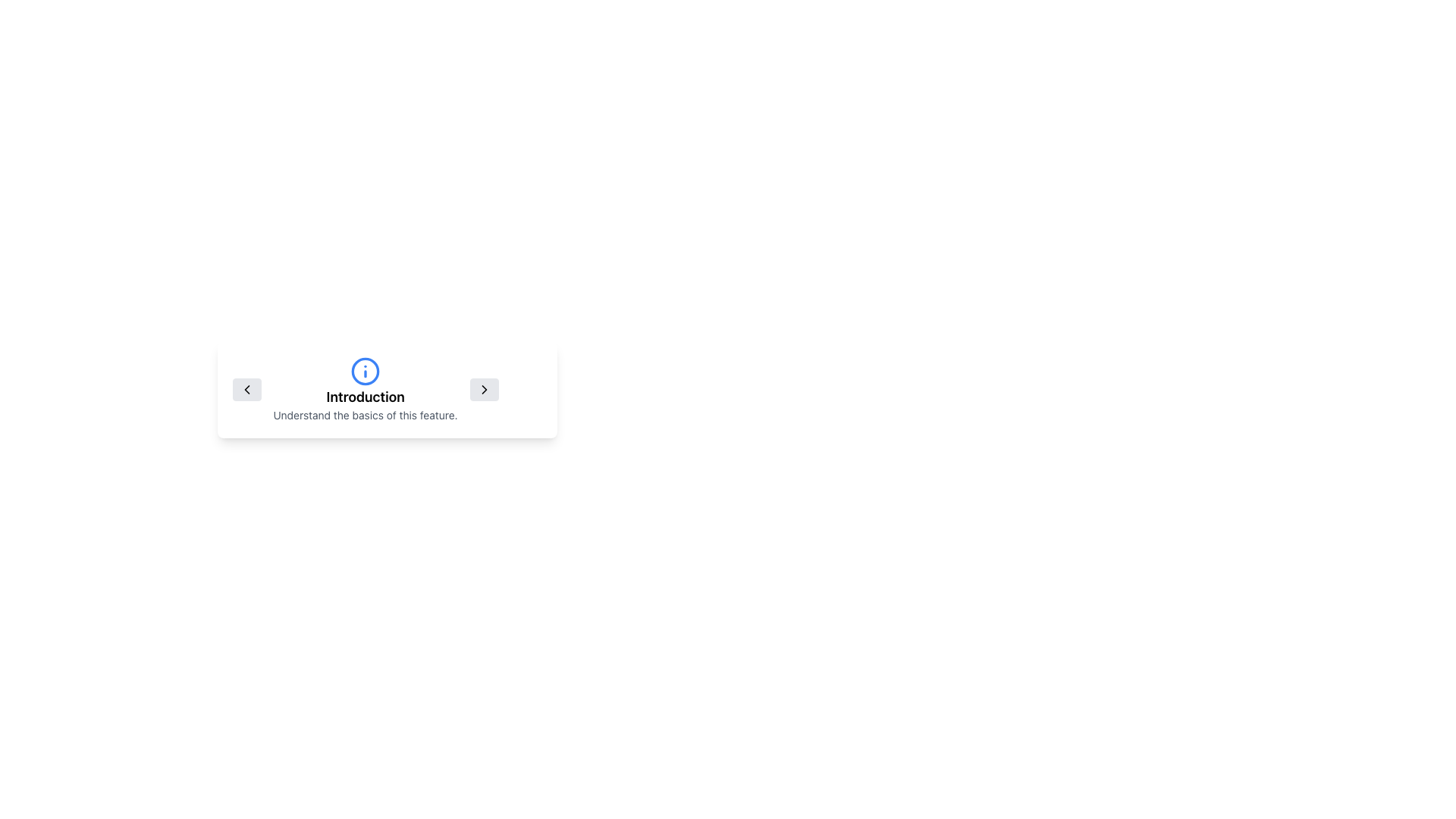 This screenshot has width=1456, height=819. I want to click on the small rectangular button with rounded corners and a light gray background, featuring a black right-pointing chevron icon, so click(483, 388).